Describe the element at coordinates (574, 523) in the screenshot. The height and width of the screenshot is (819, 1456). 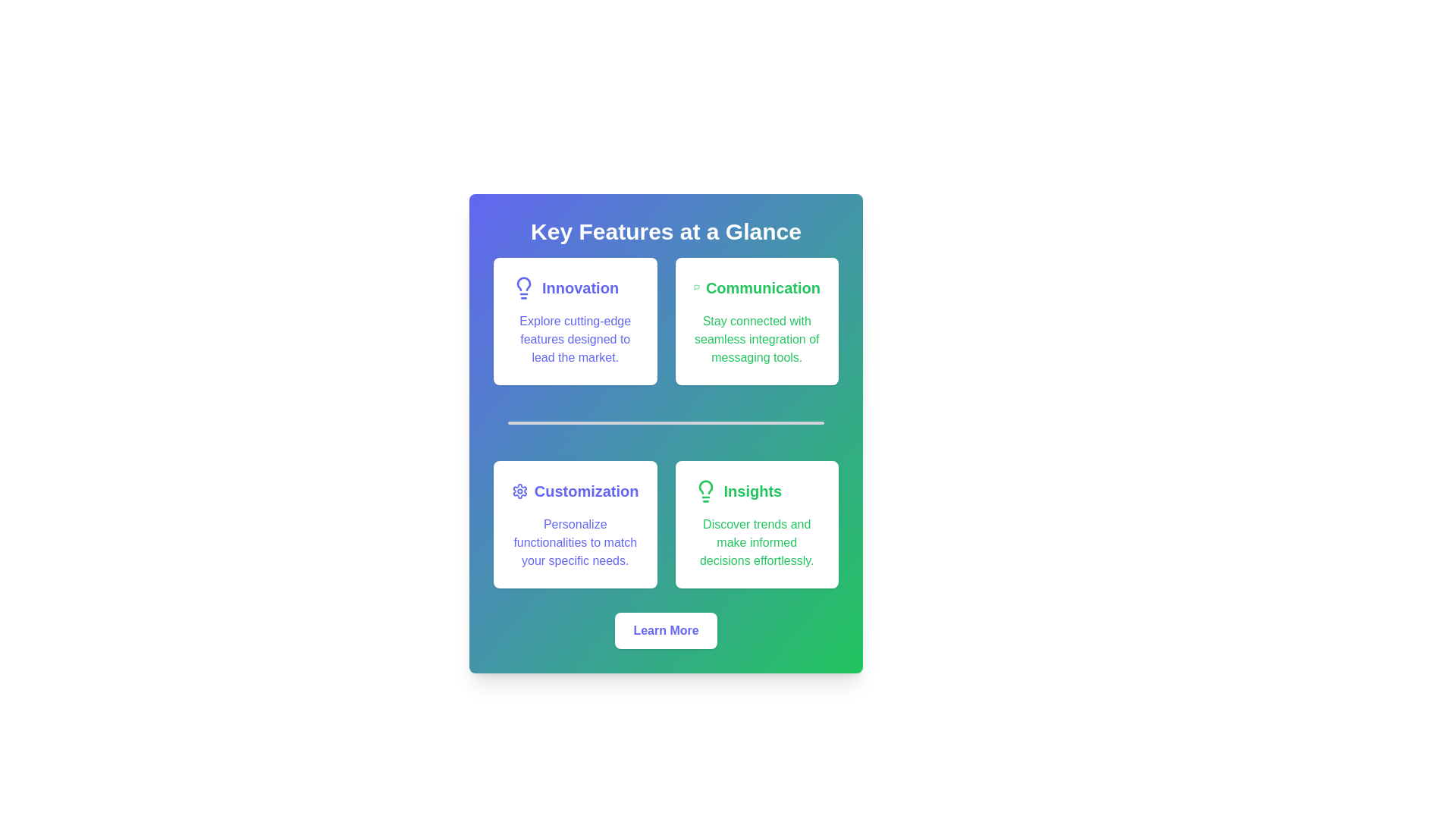
I see `the 'Customization' feature card located in the lower-left quadrant of the grid` at that location.